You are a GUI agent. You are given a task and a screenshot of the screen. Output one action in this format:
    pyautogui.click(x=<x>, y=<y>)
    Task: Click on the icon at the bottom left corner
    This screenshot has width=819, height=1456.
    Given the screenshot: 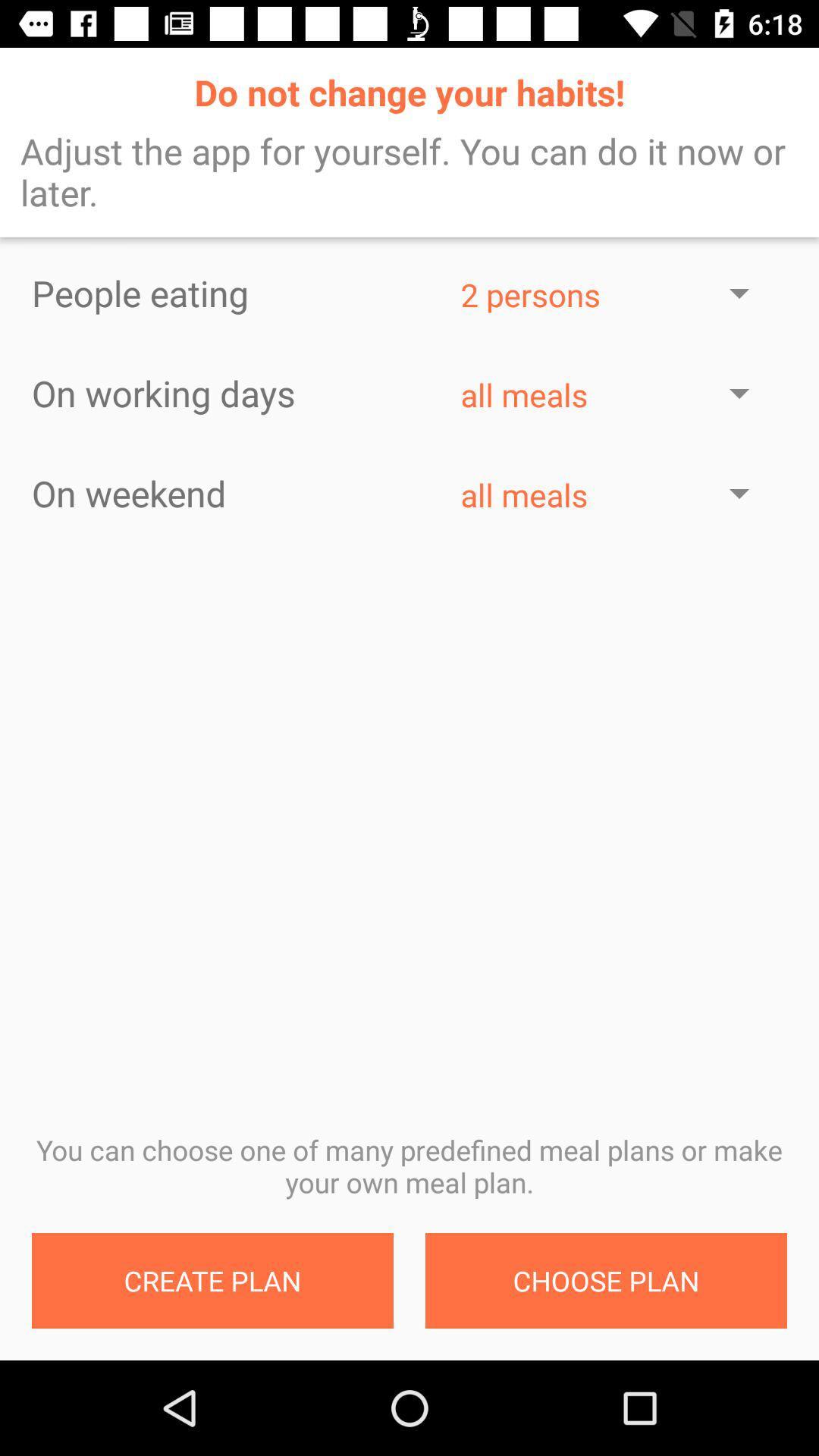 What is the action you would take?
    pyautogui.click(x=212, y=1280)
    